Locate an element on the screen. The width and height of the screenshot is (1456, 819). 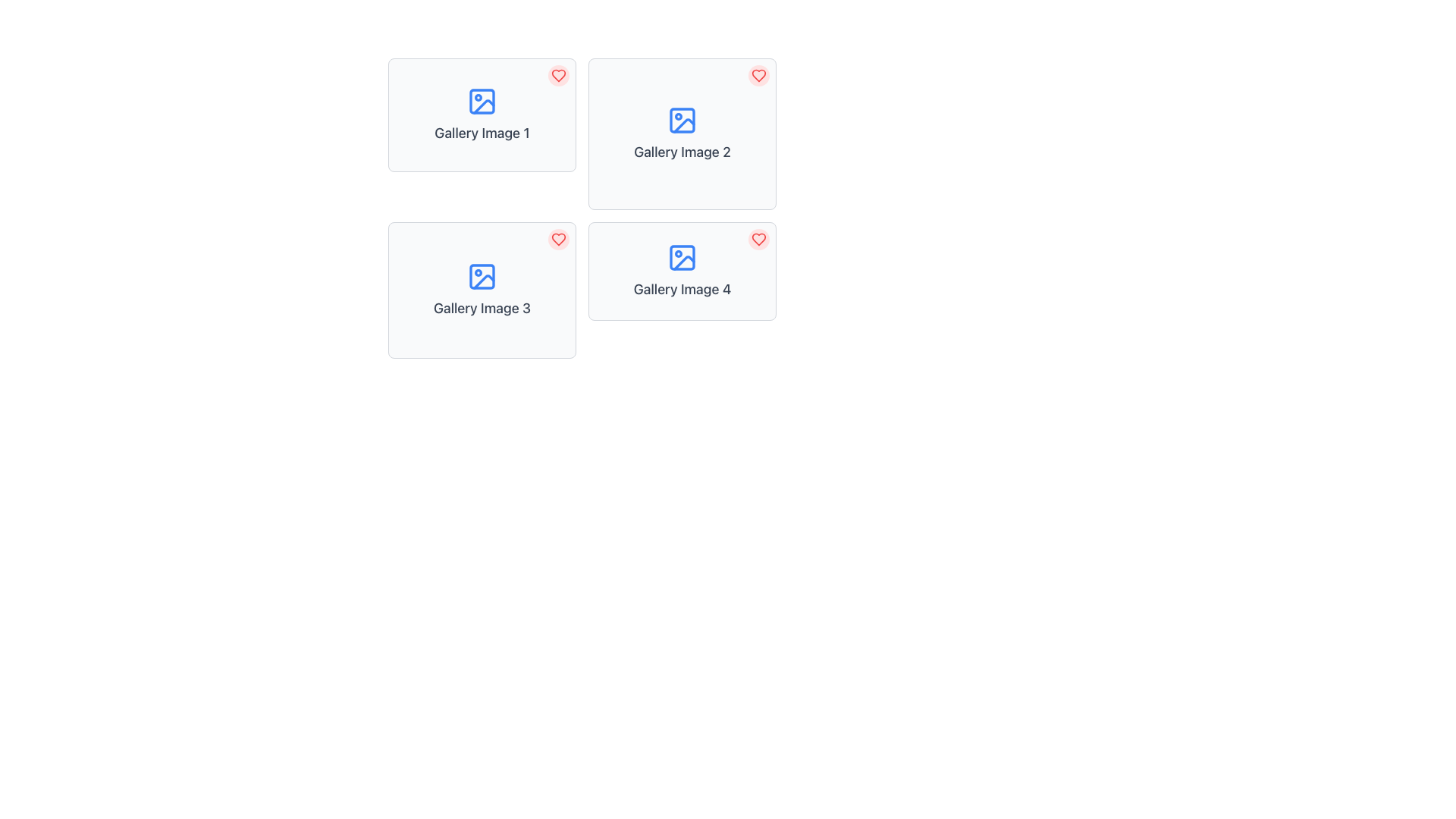
the decorative shape icon located in the bottom left quadrant of the third gallery card ('Gallery Image 3') in the second row, first column is located at coordinates (483, 281).